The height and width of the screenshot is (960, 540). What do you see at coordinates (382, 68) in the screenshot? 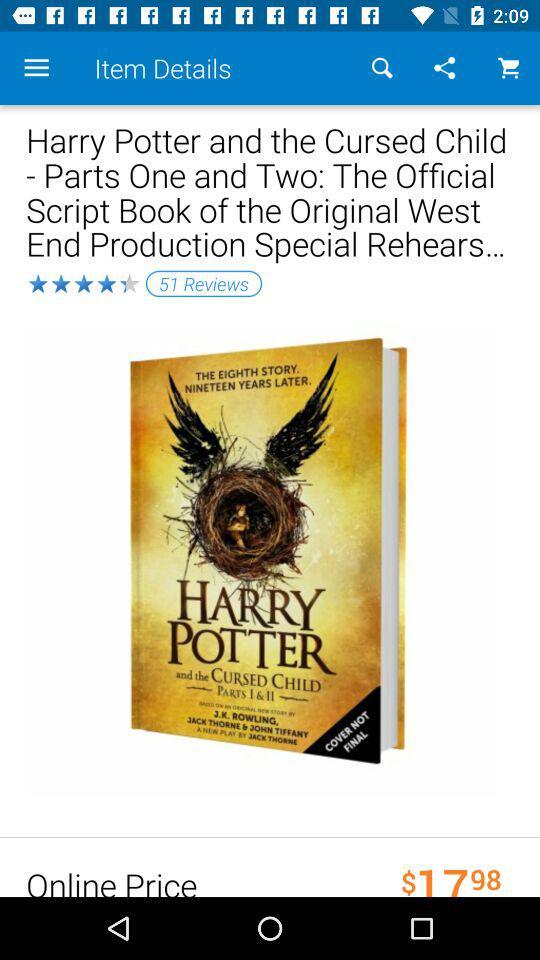
I see `item to the right of the item details` at bounding box center [382, 68].